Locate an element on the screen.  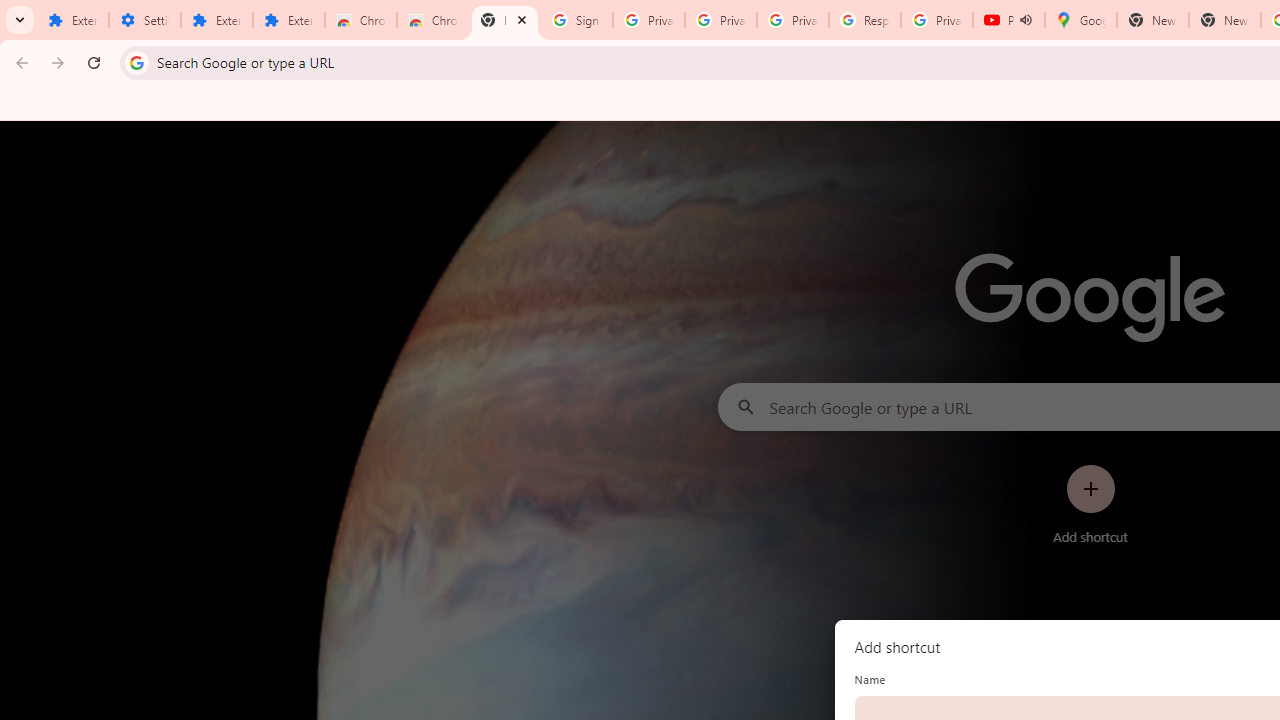
'Sign in - Google Accounts' is located at coordinates (576, 20).